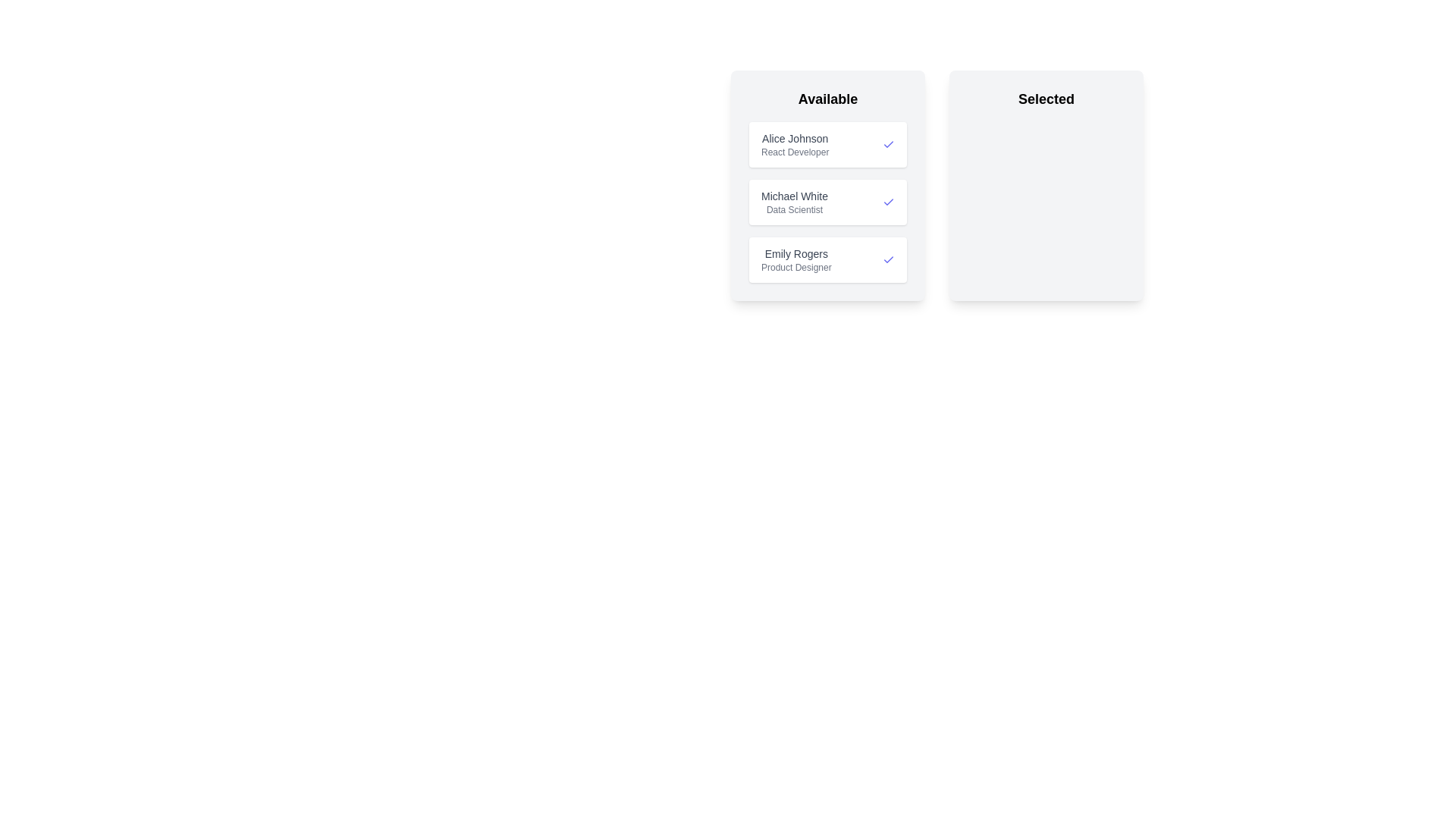 This screenshot has width=1456, height=819. What do you see at coordinates (827, 201) in the screenshot?
I see `the candidate entry Michael White` at bounding box center [827, 201].